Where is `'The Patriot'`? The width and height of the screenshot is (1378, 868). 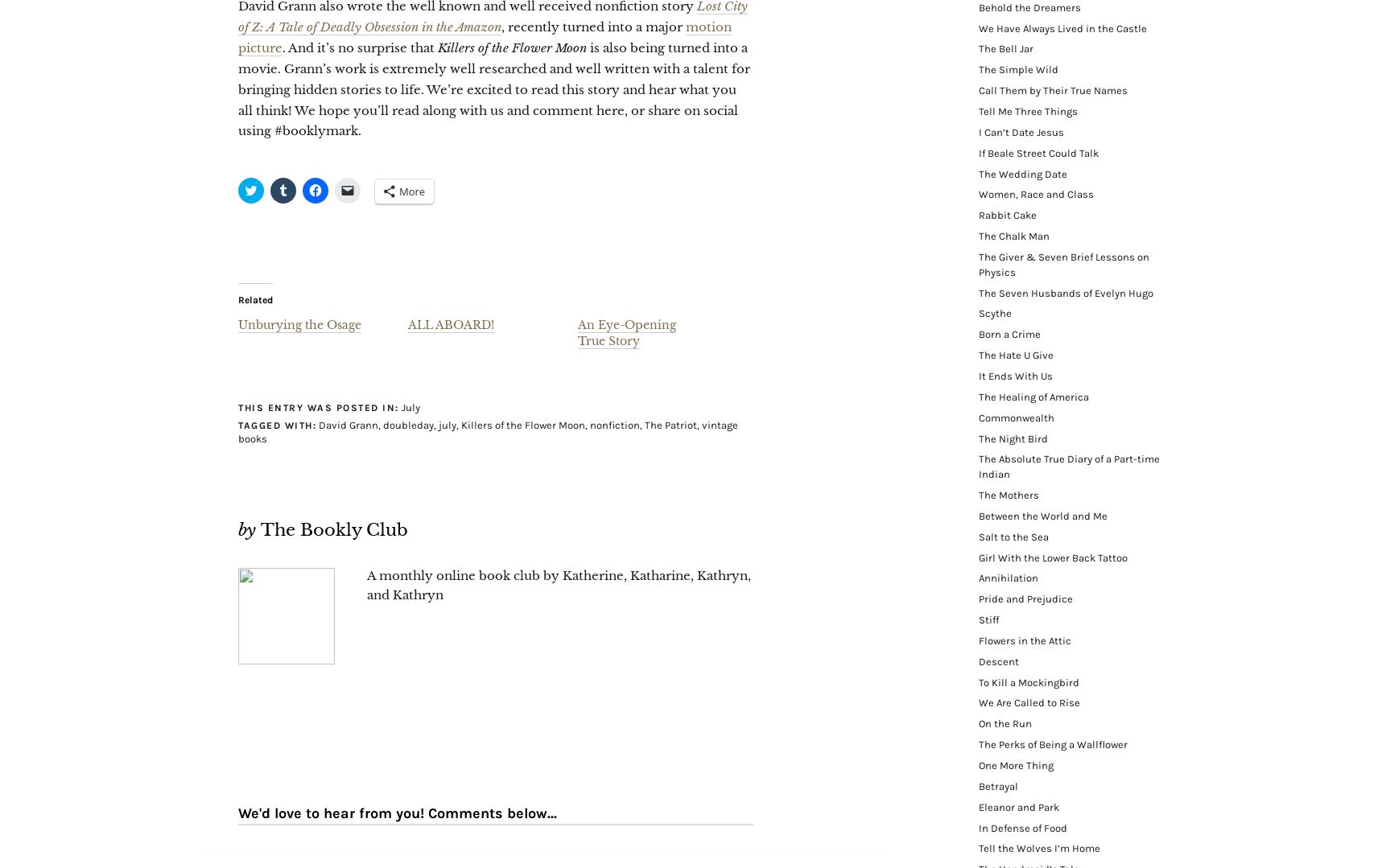
'The Patriot' is located at coordinates (670, 424).